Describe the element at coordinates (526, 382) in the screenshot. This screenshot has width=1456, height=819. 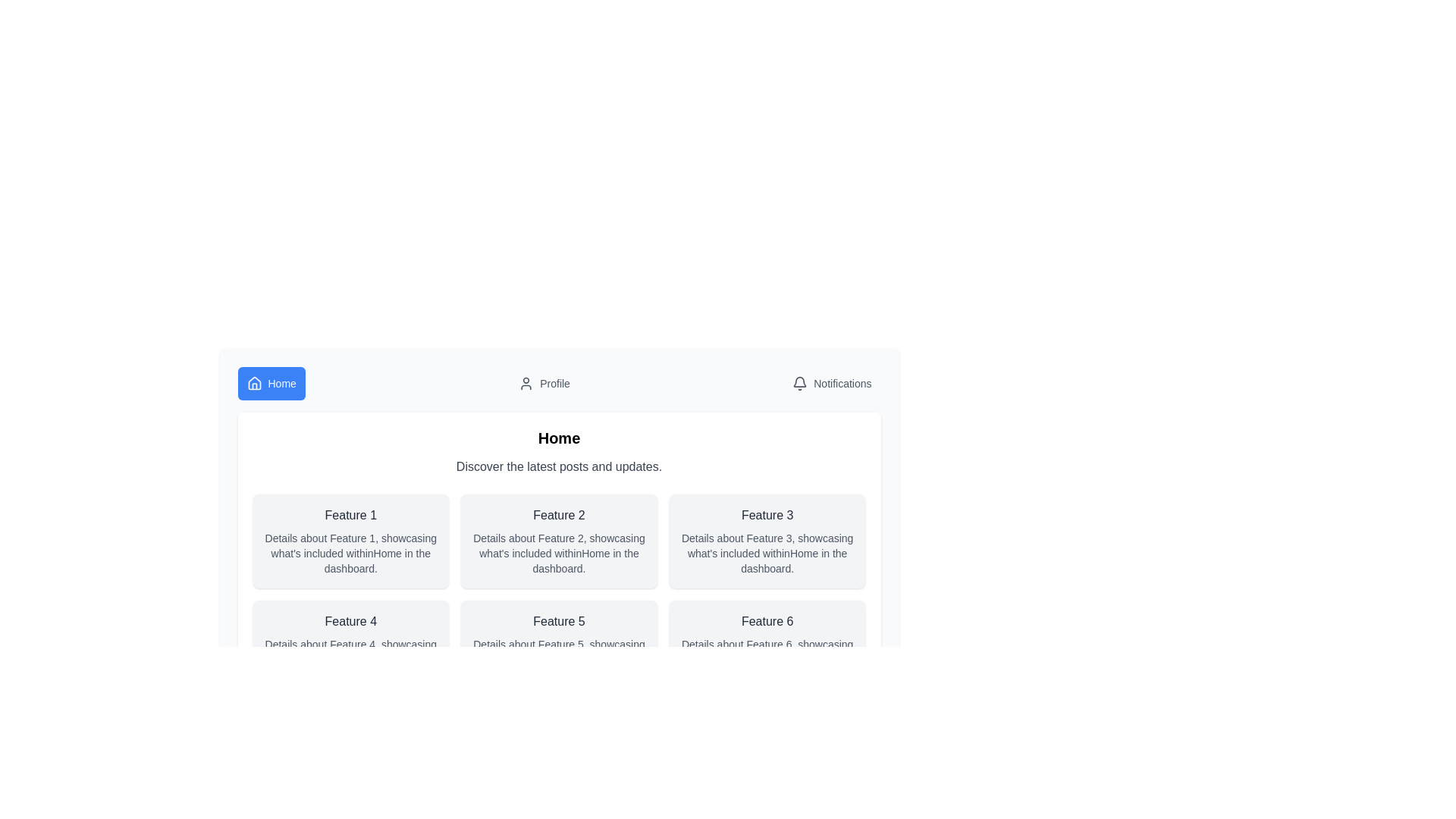
I see `the user profile icon located in the top navigation bar, immediately next to the 'Profile' text label, to interact with the associated 'Profile' button` at that location.